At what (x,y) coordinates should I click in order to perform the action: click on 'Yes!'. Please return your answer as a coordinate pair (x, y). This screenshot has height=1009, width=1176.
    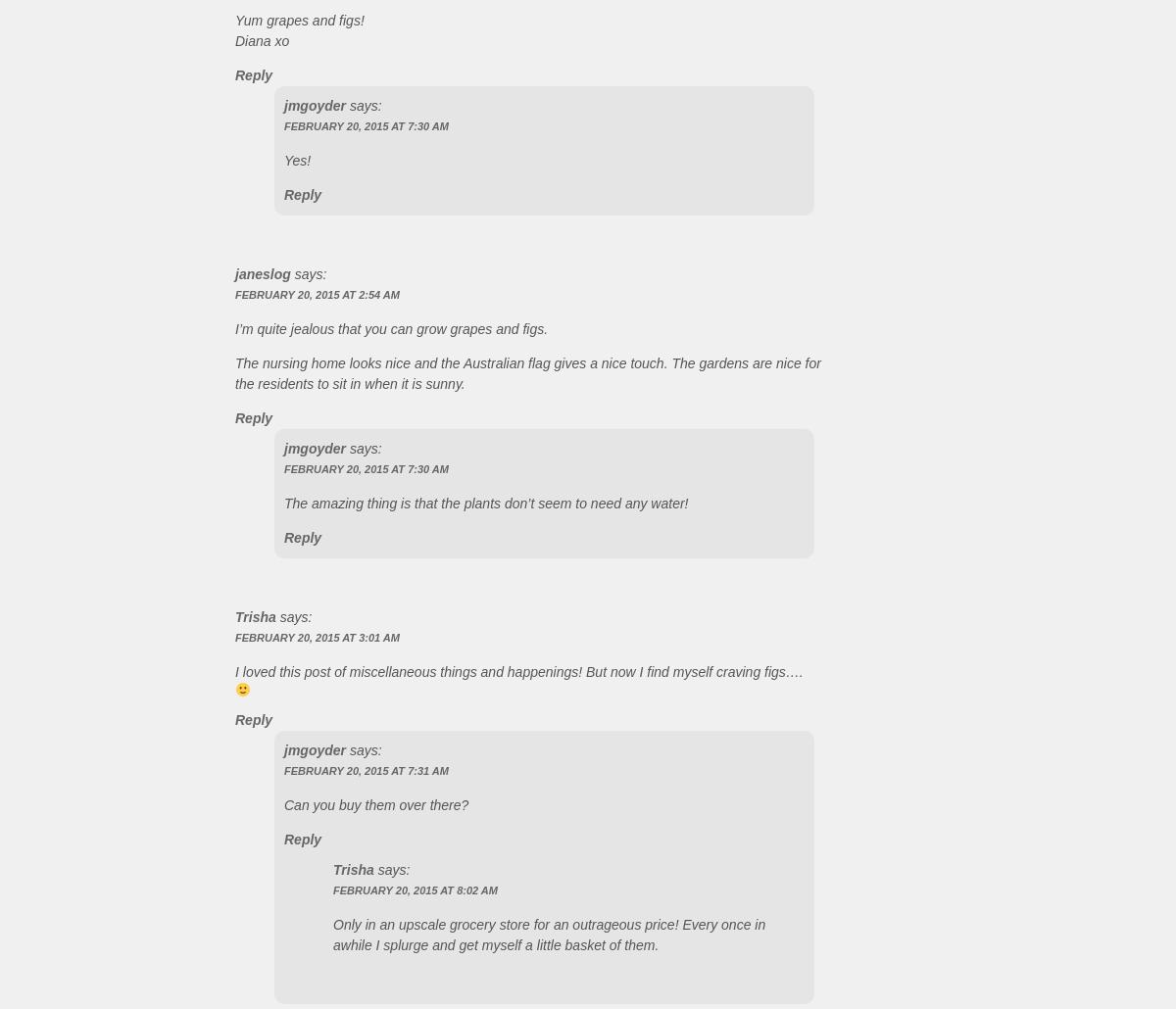
    Looking at the image, I should click on (297, 159).